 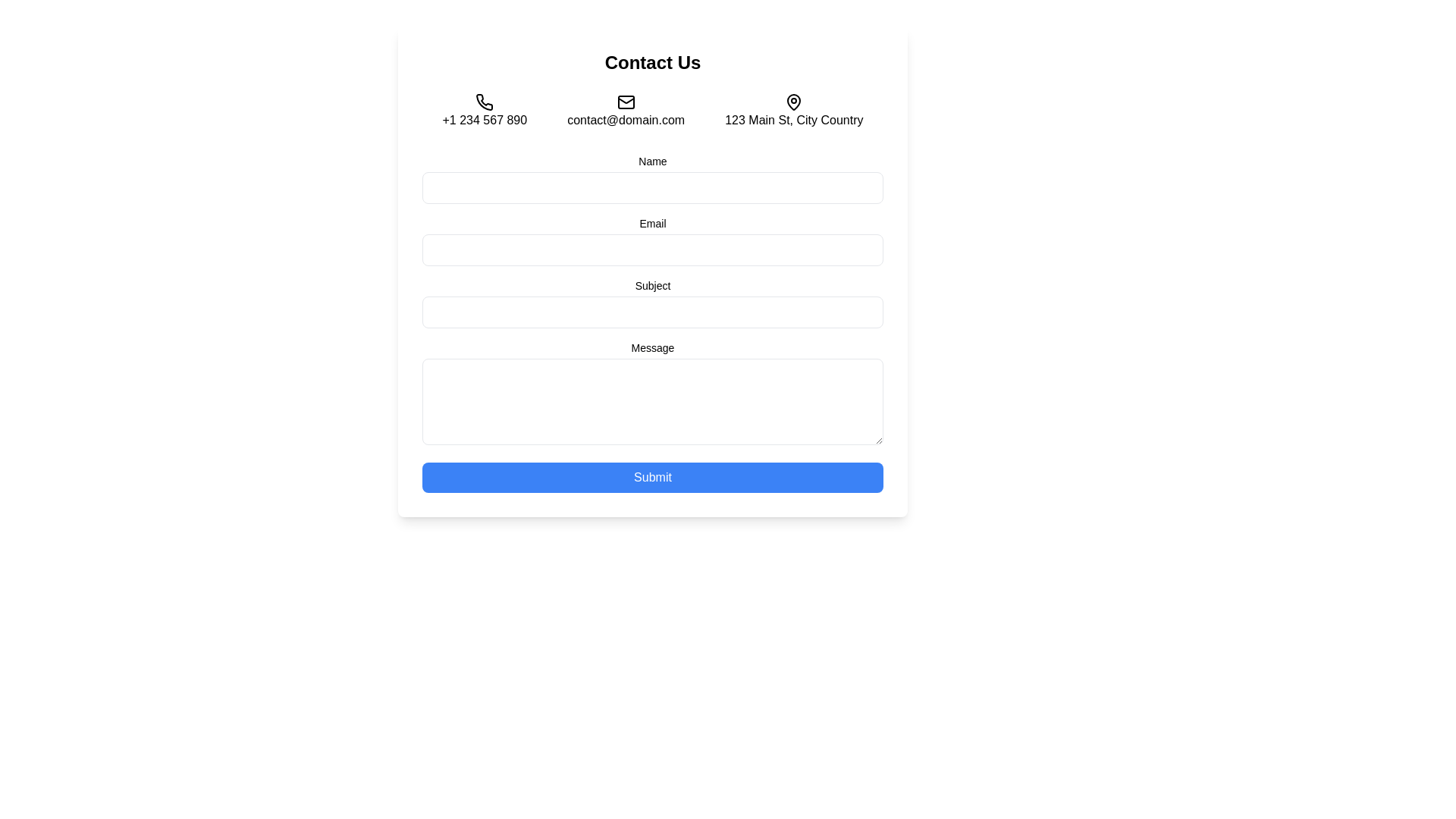 I want to click on the phone-shaped icon, which is the leftmost icon in a row of three icons near the top of the form, above the contact form fields, so click(x=484, y=102).